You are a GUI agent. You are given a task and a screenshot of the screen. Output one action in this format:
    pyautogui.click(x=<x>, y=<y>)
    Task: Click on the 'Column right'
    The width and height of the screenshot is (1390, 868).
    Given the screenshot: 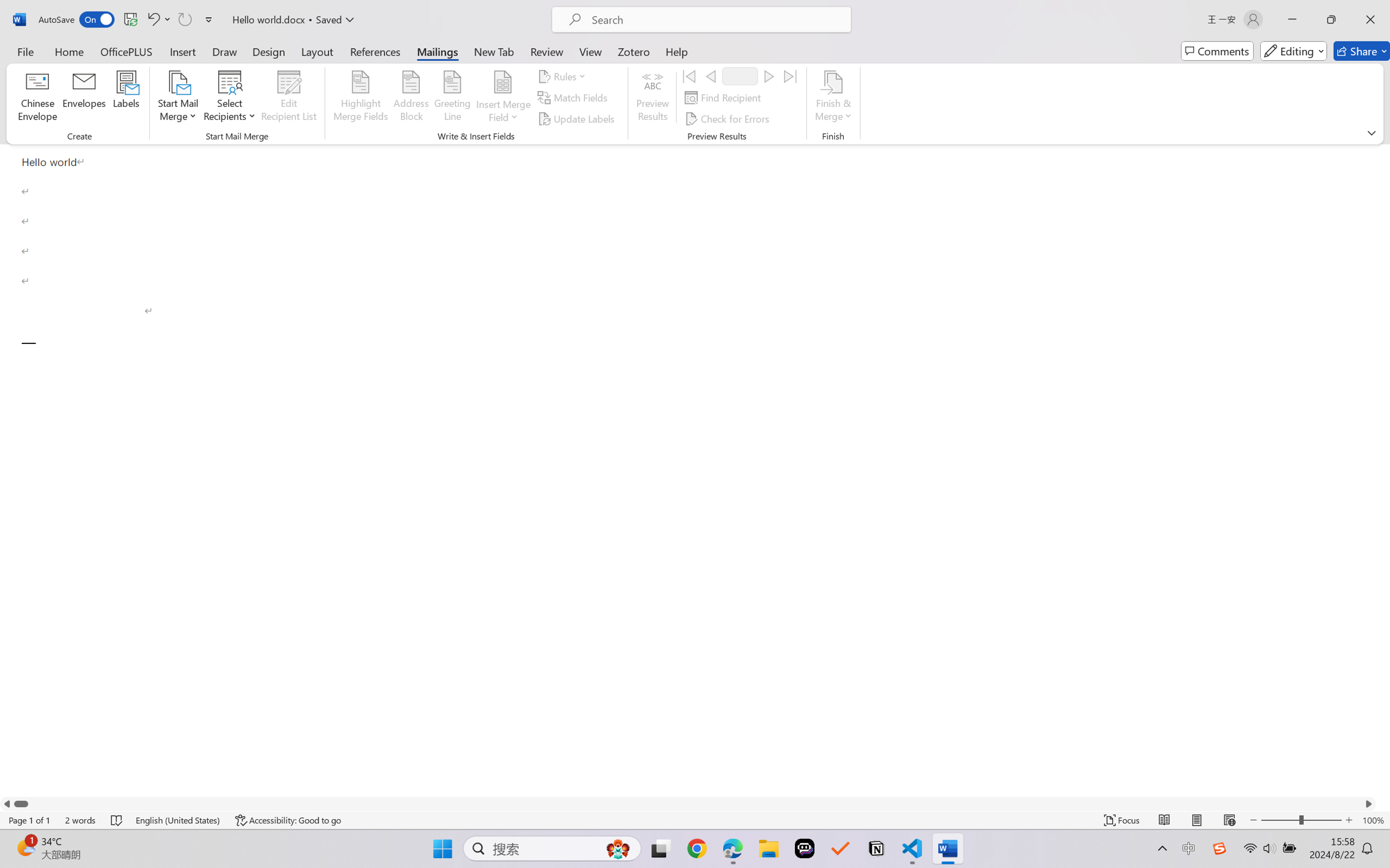 What is the action you would take?
    pyautogui.click(x=1369, y=803)
    